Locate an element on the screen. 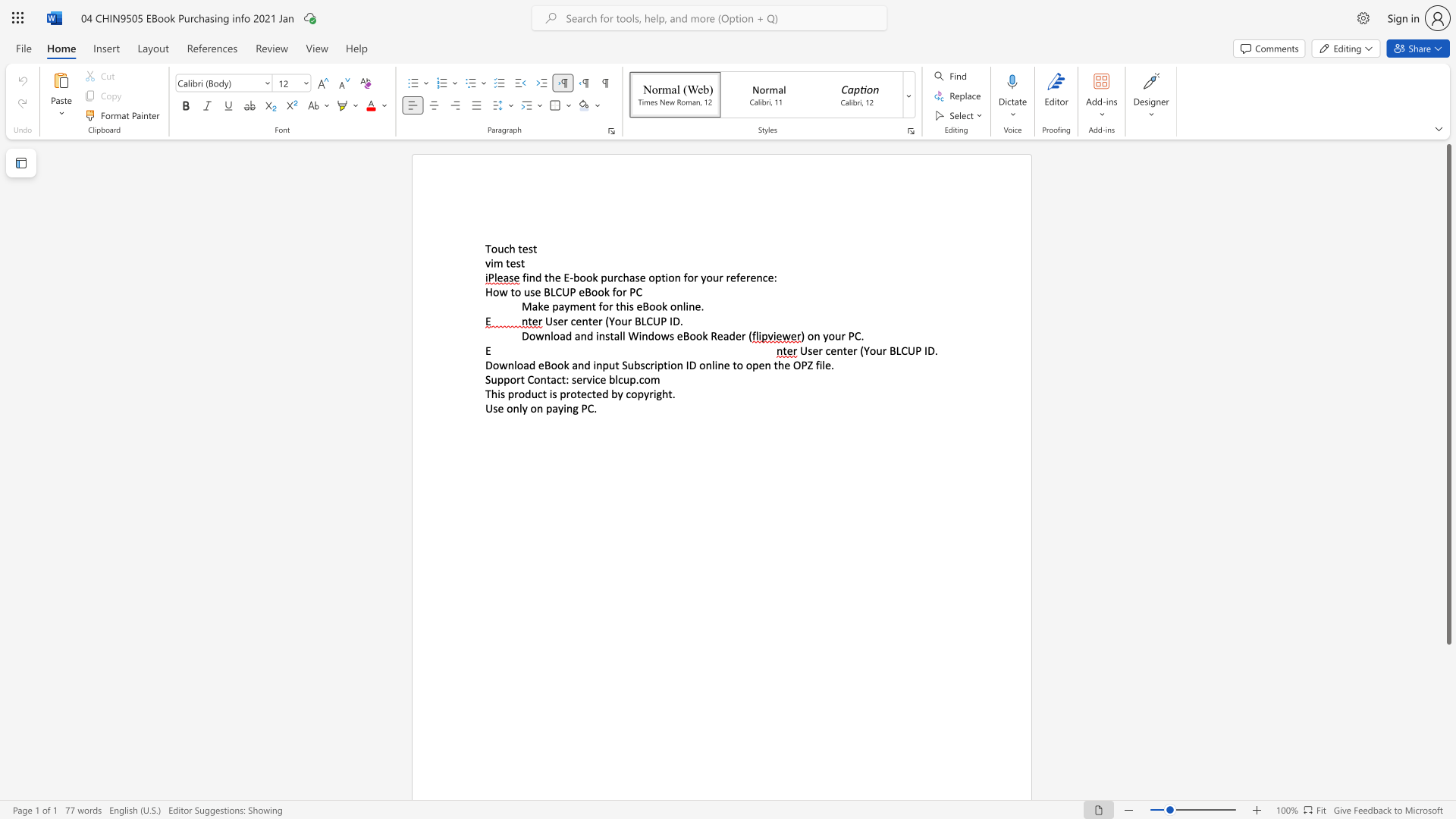 This screenshot has width=1456, height=819. the subset text "nly on" within the text "Use only on paying PC." is located at coordinates (513, 407).